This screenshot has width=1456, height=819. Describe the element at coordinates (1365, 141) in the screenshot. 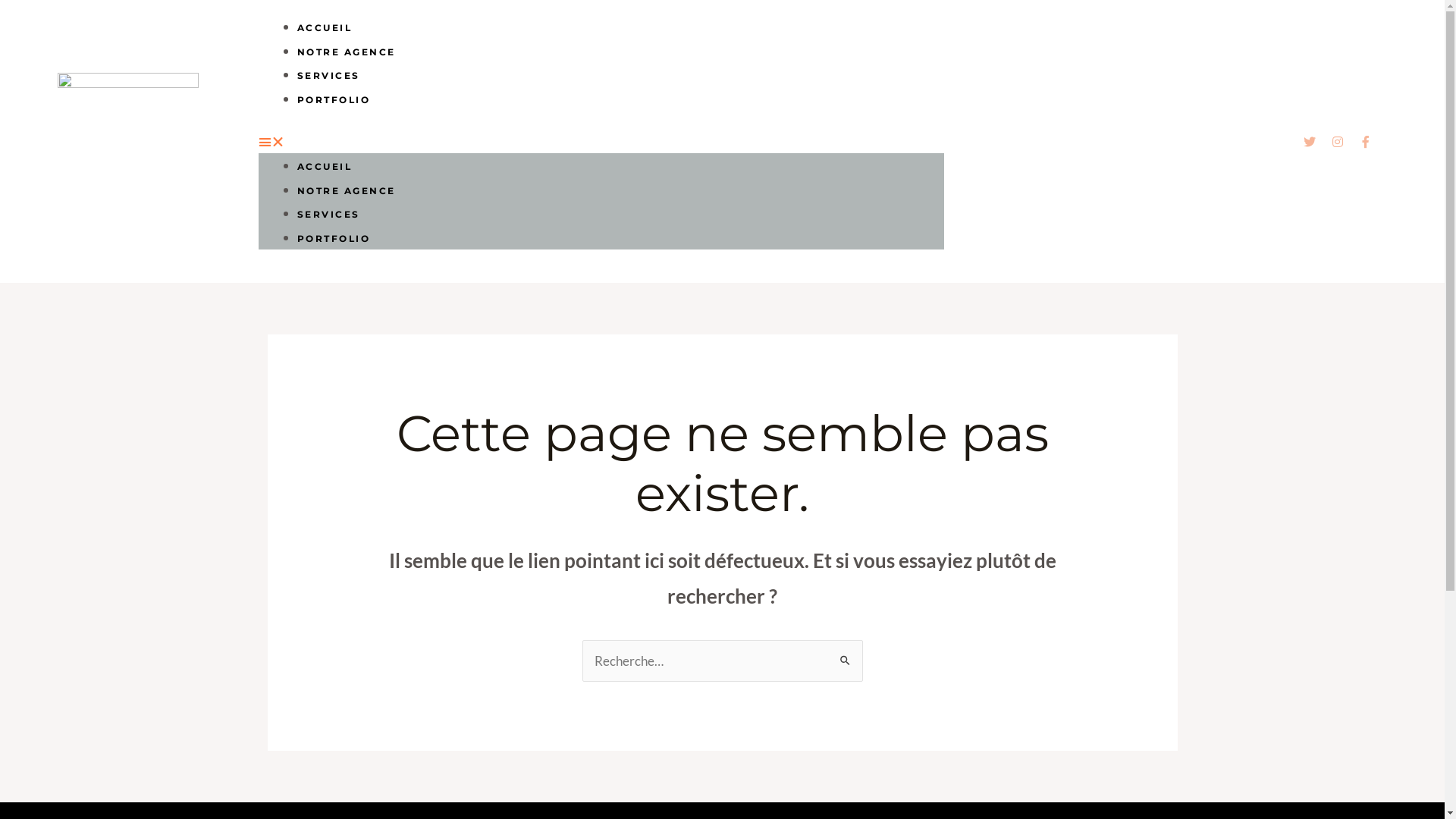

I see `'Facebook-f'` at that location.